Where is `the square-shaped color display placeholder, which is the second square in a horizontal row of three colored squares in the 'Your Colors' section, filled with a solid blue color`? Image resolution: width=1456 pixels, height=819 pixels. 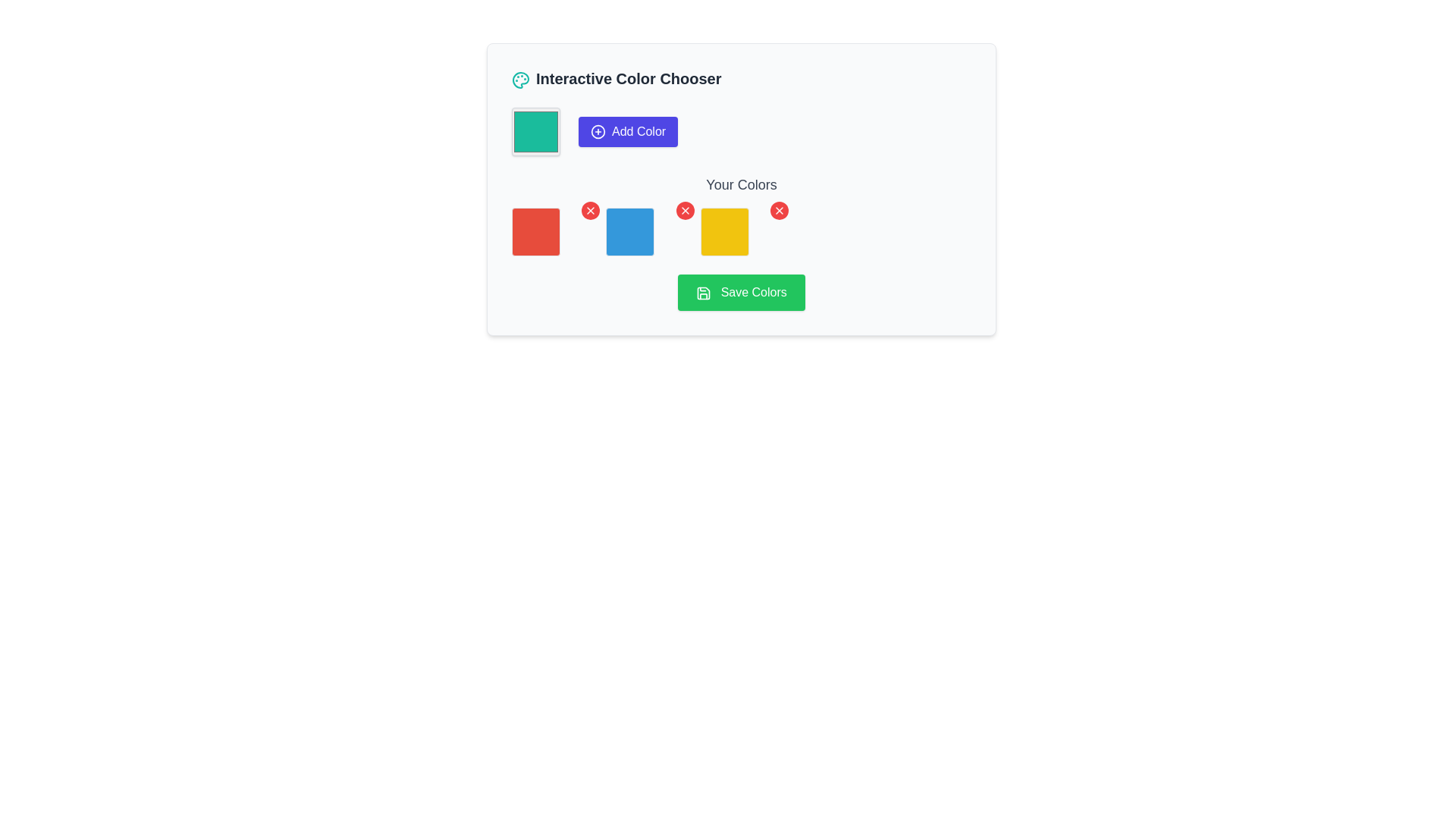
the square-shaped color display placeholder, which is the second square in a horizontal row of three colored squares in the 'Your Colors' section, filled with a solid blue color is located at coordinates (630, 231).